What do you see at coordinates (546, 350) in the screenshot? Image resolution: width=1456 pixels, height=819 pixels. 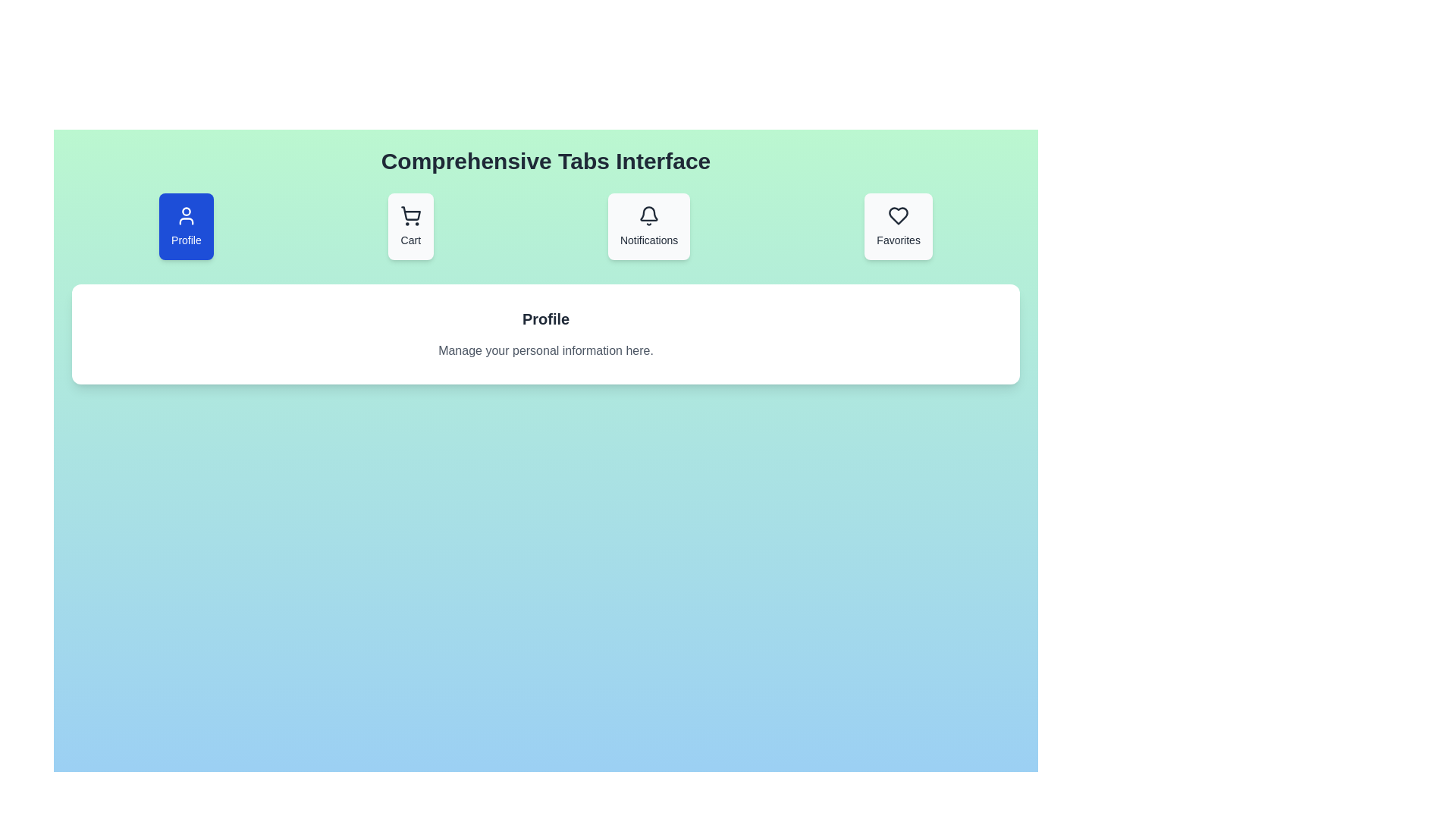 I see `the text label displaying 'Manage your personal information here.' which is located below the title 'Profile' within a white rectangular section` at bounding box center [546, 350].